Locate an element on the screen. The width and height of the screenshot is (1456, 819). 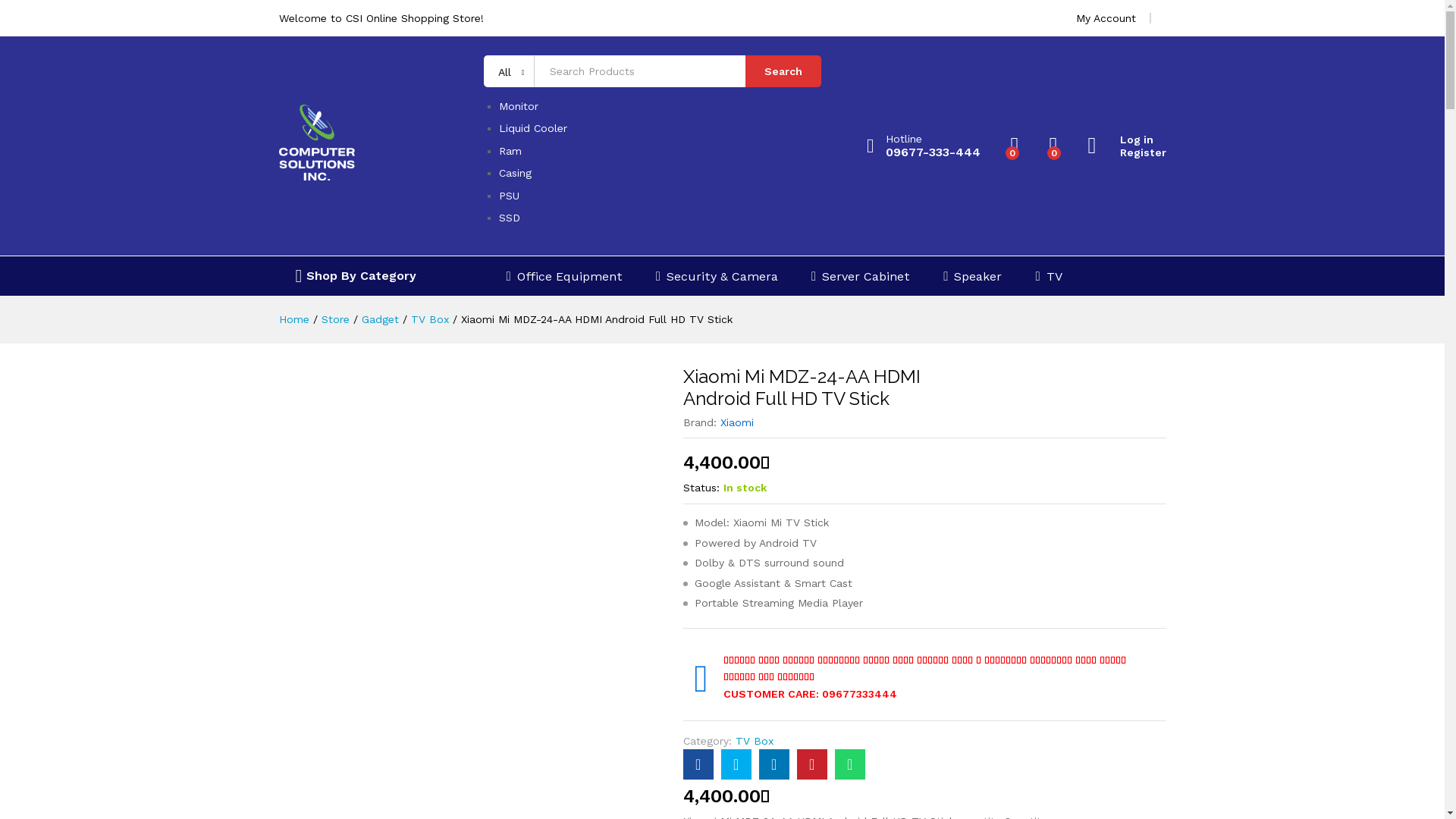
'Xiaomi+Mi+MDZ-24-AA+HDMI+Android+Full+HD+TV+Stick' is located at coordinates (774, 764).